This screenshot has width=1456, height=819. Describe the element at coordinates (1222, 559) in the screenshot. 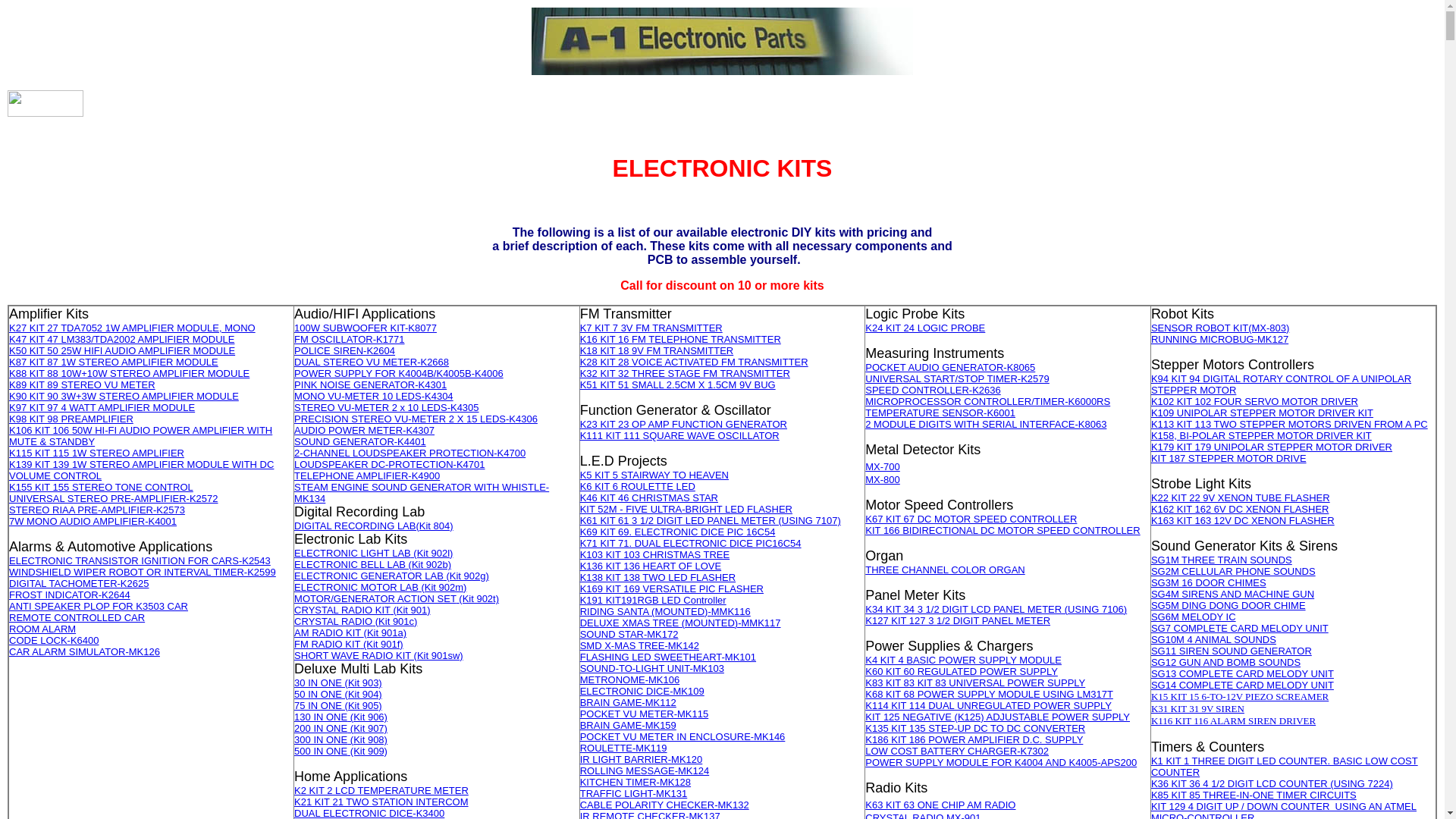

I see `'SG1M THREE TRAIN SOUNDS'` at that location.